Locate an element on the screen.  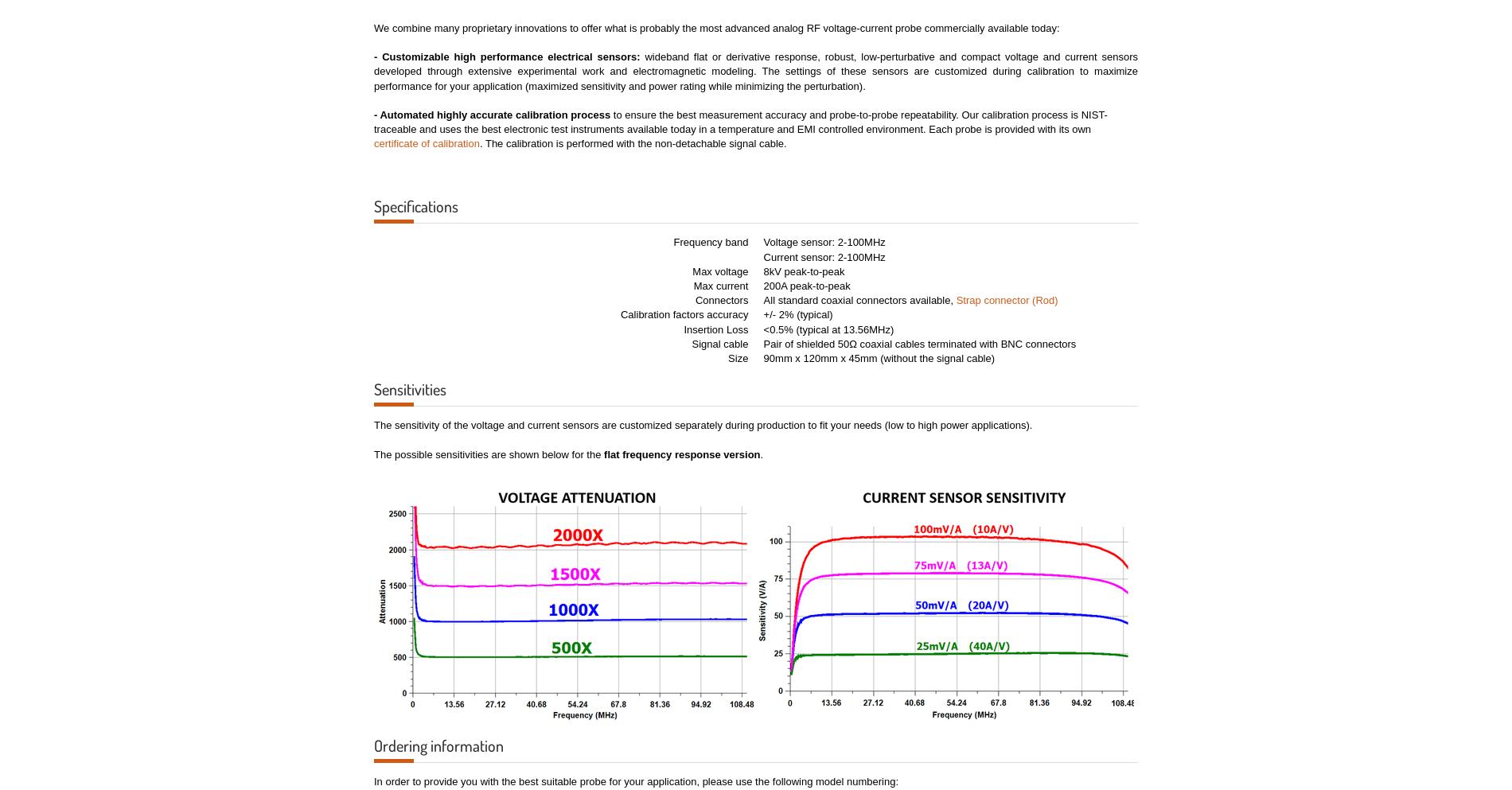
'Insertion Loss' is located at coordinates (715, 328).